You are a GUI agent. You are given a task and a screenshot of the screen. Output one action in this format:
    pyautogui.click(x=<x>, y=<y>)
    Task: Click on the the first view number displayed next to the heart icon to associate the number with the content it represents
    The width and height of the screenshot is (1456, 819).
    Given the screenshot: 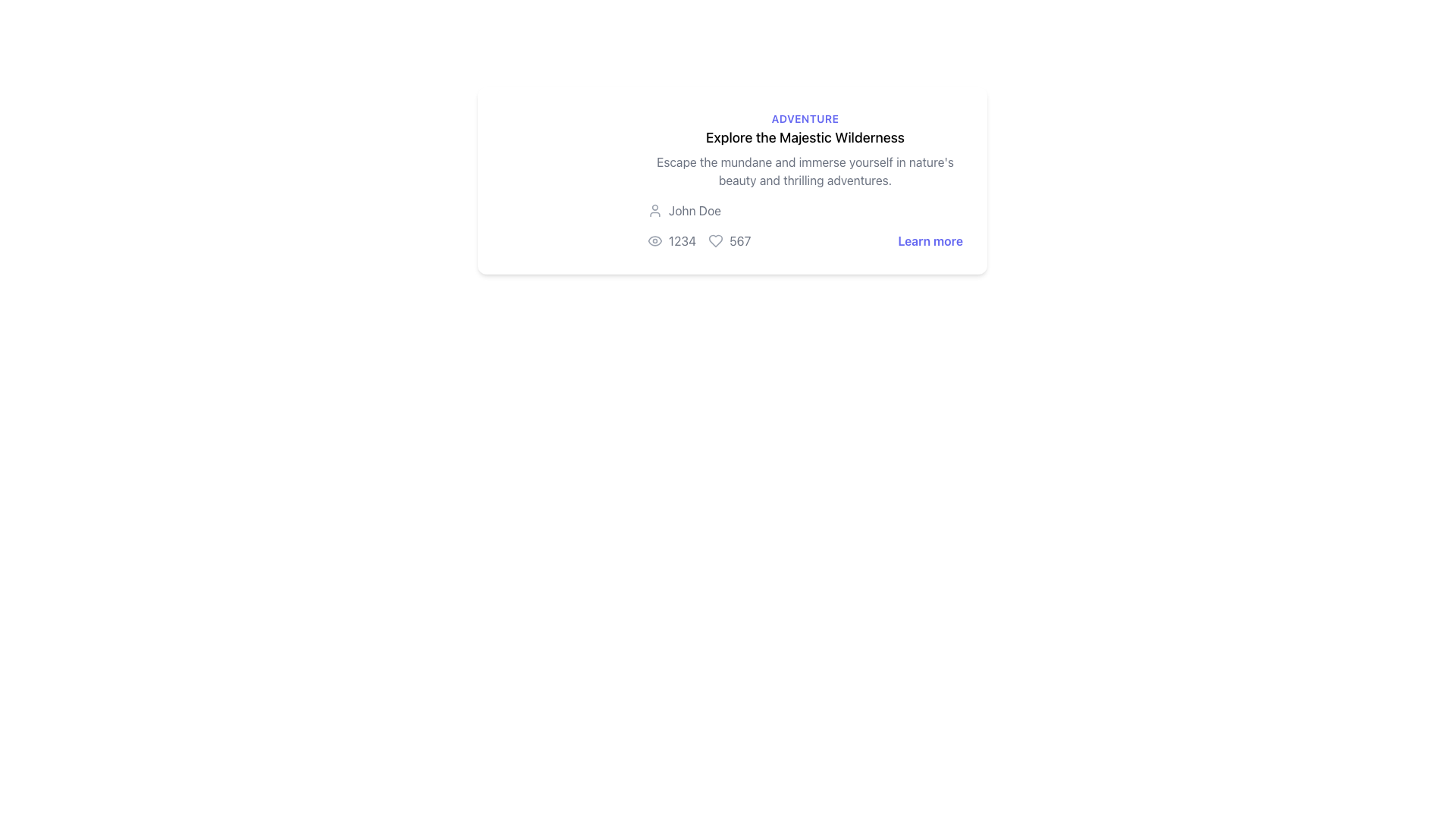 What is the action you would take?
    pyautogui.click(x=671, y=240)
    